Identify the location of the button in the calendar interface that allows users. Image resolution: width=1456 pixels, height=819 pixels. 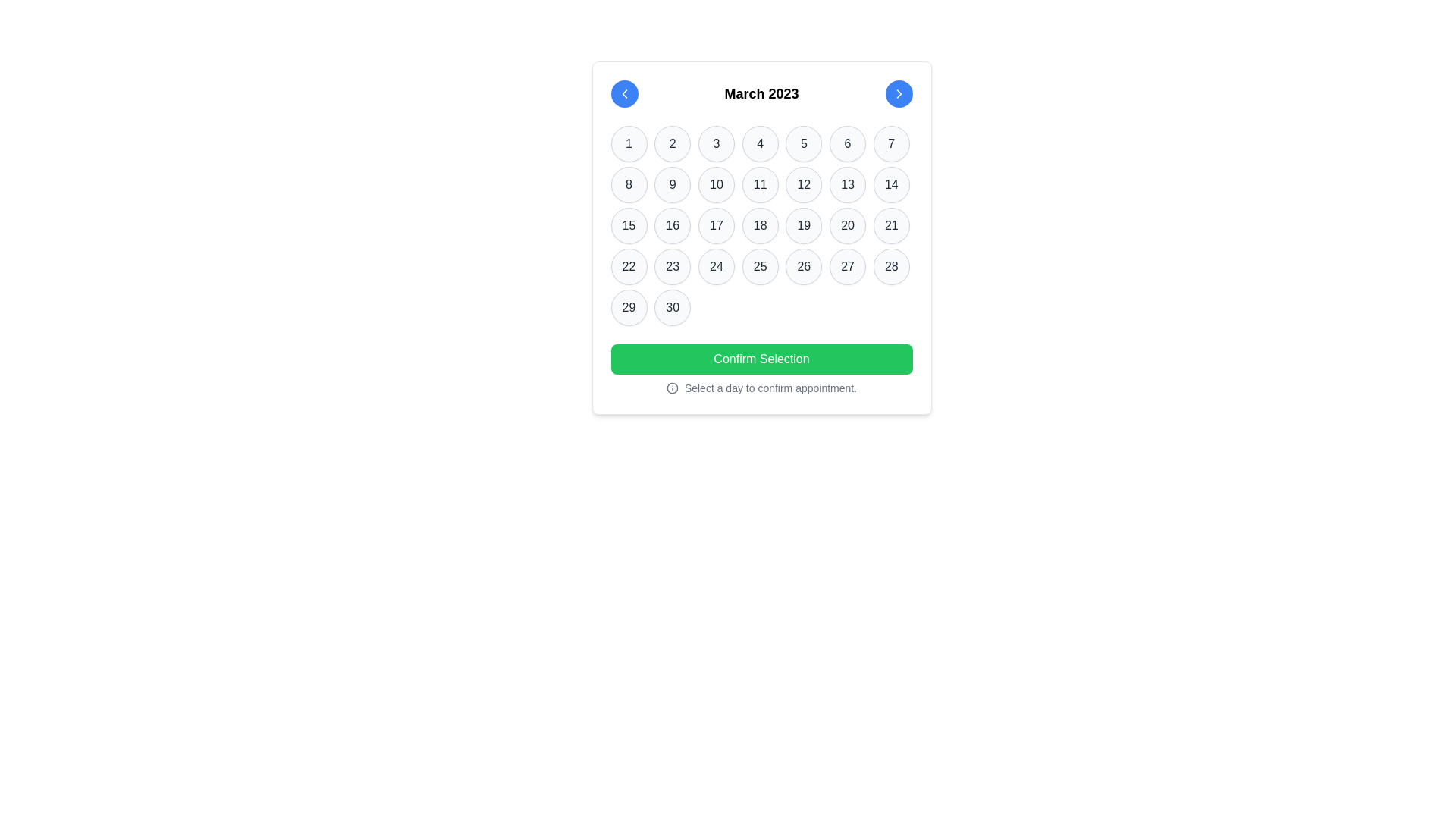
(803, 184).